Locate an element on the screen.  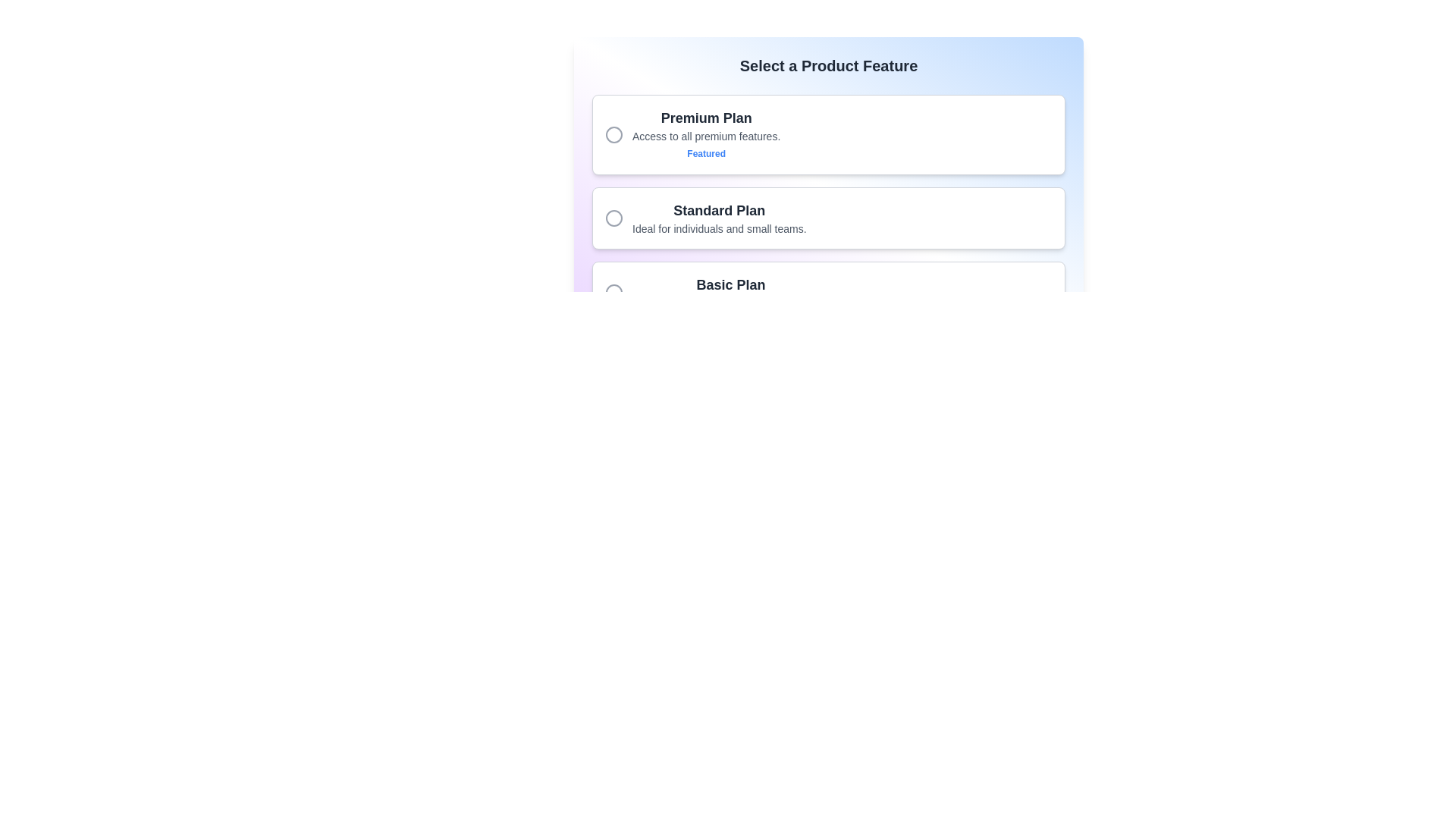
the 'Featured' label, which is a bold blue small font text positioned below the 'Premium Plan' title and the description 'Access to all premium features.' is located at coordinates (705, 154).